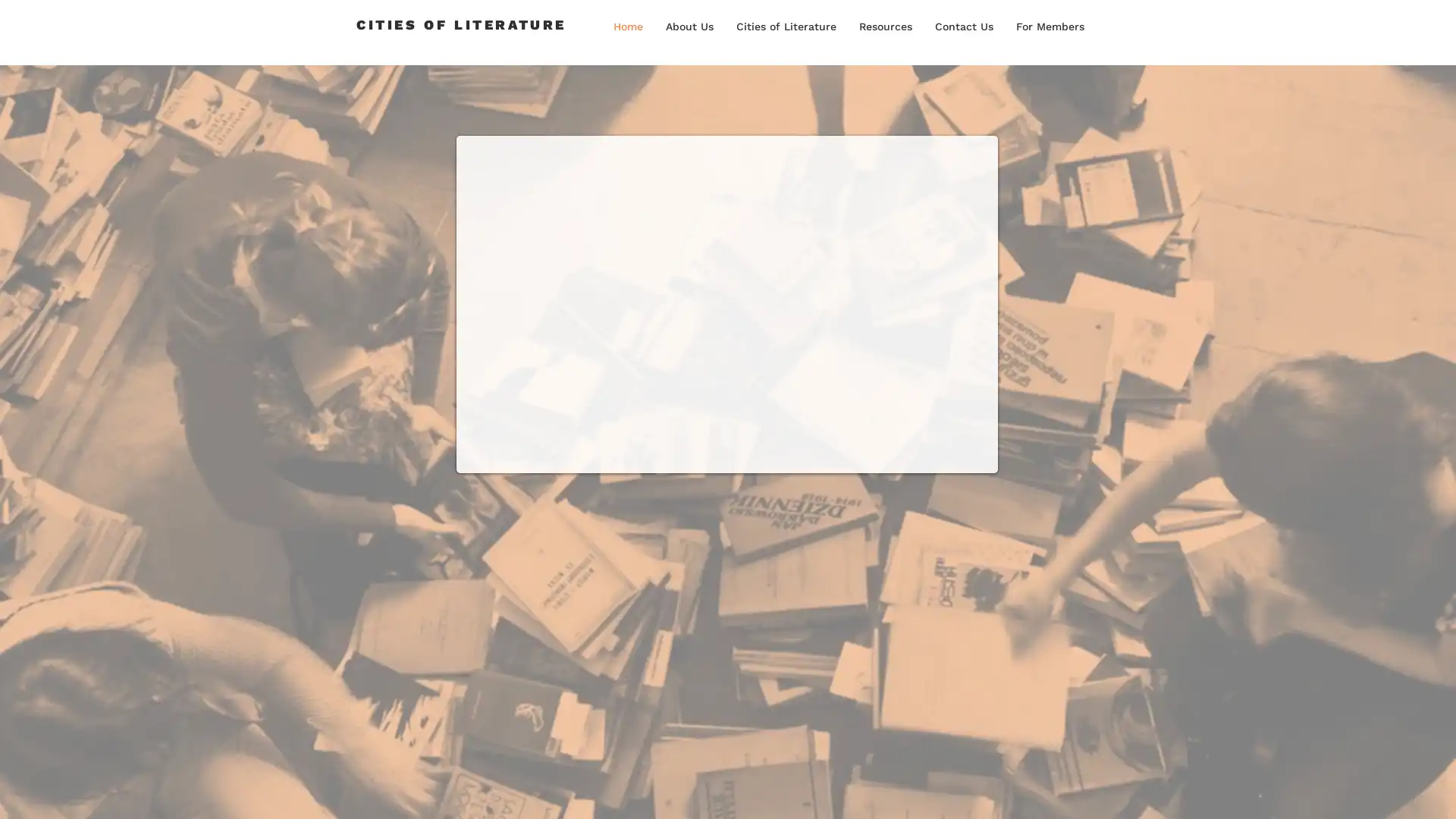 This screenshot has height=819, width=1456. I want to click on Close, so click(1437, 792).